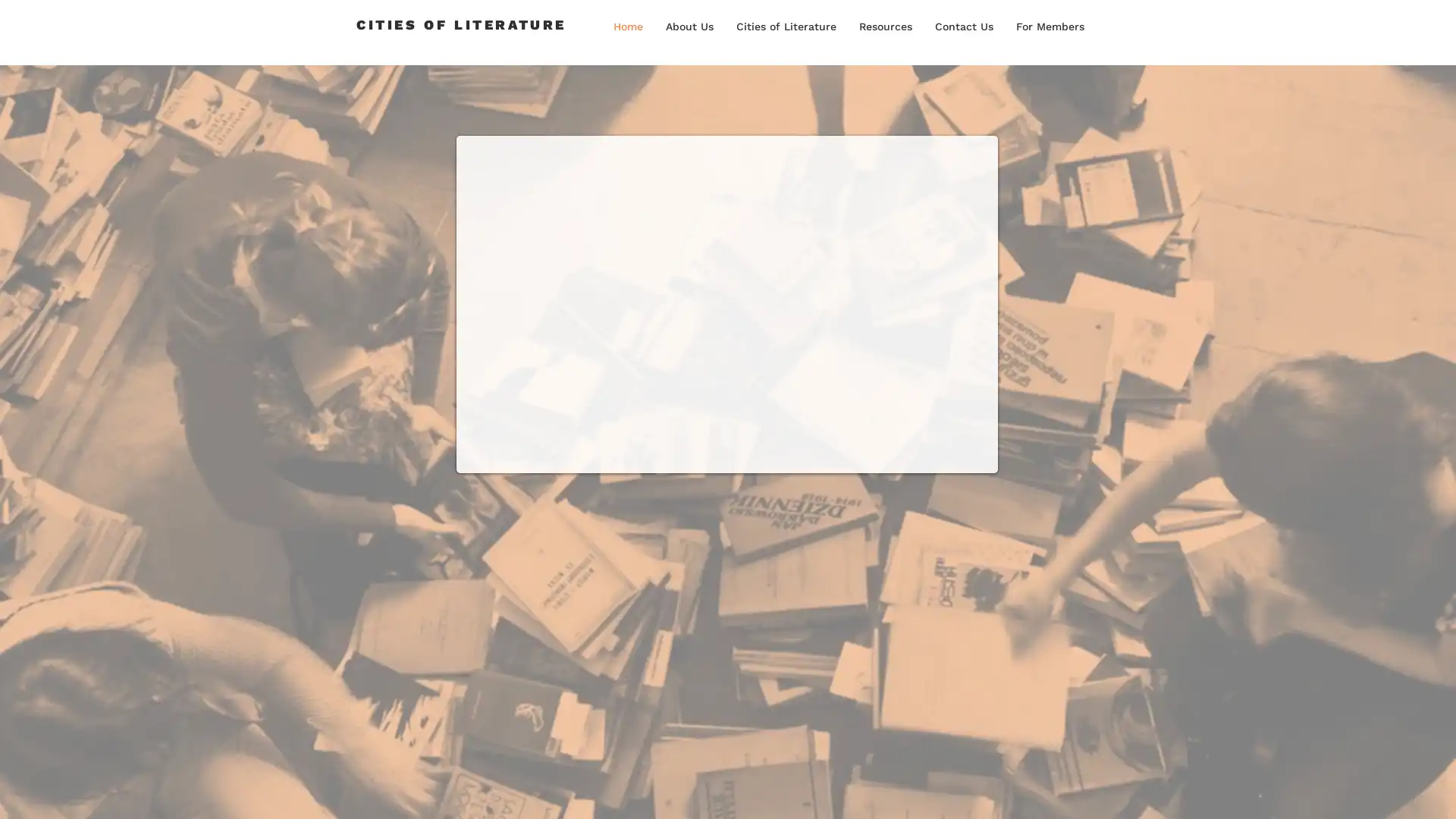 This screenshot has height=819, width=1456. I want to click on Close, so click(1437, 792).